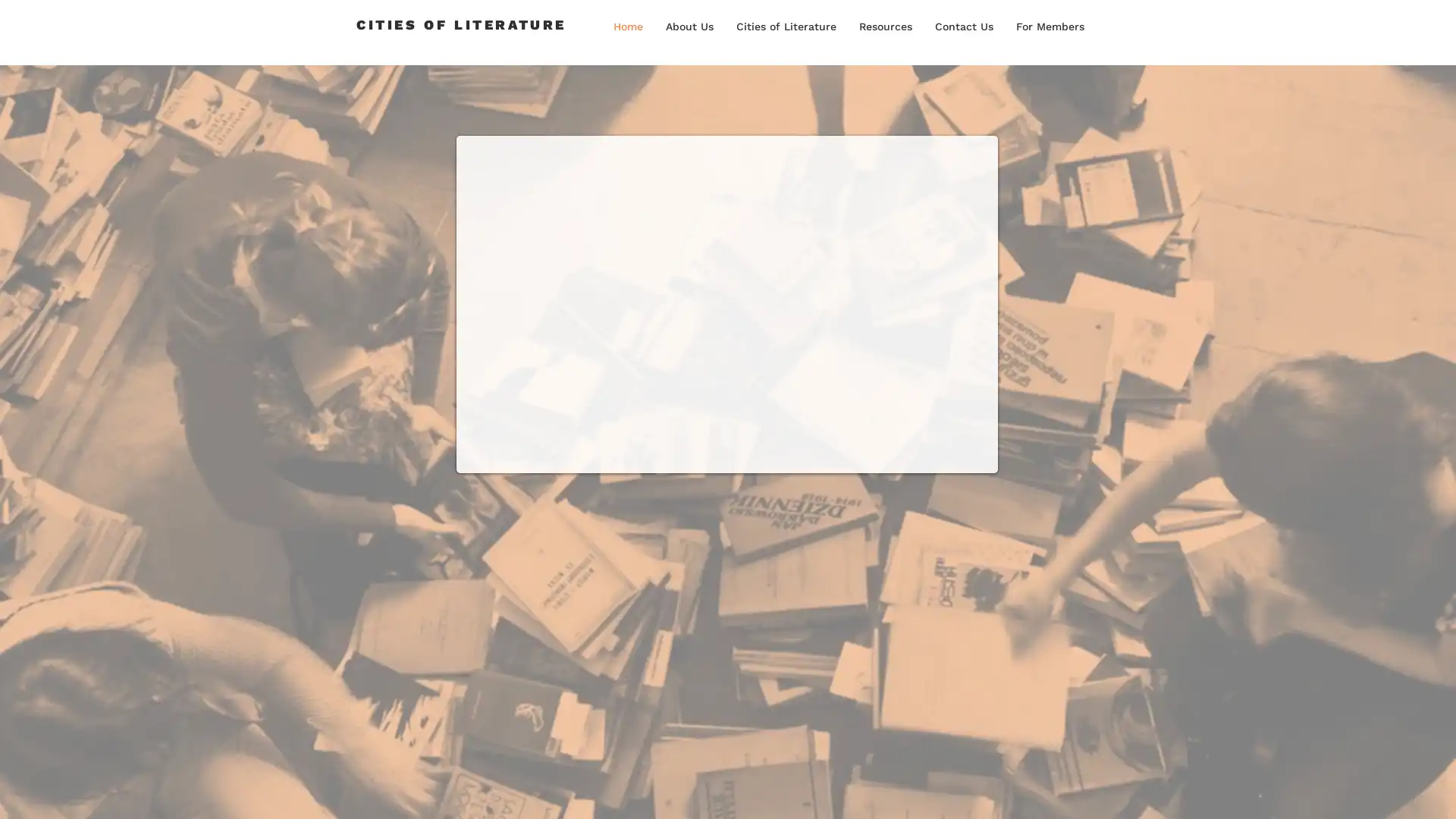 This screenshot has height=819, width=1456. I want to click on Close, so click(1437, 792).